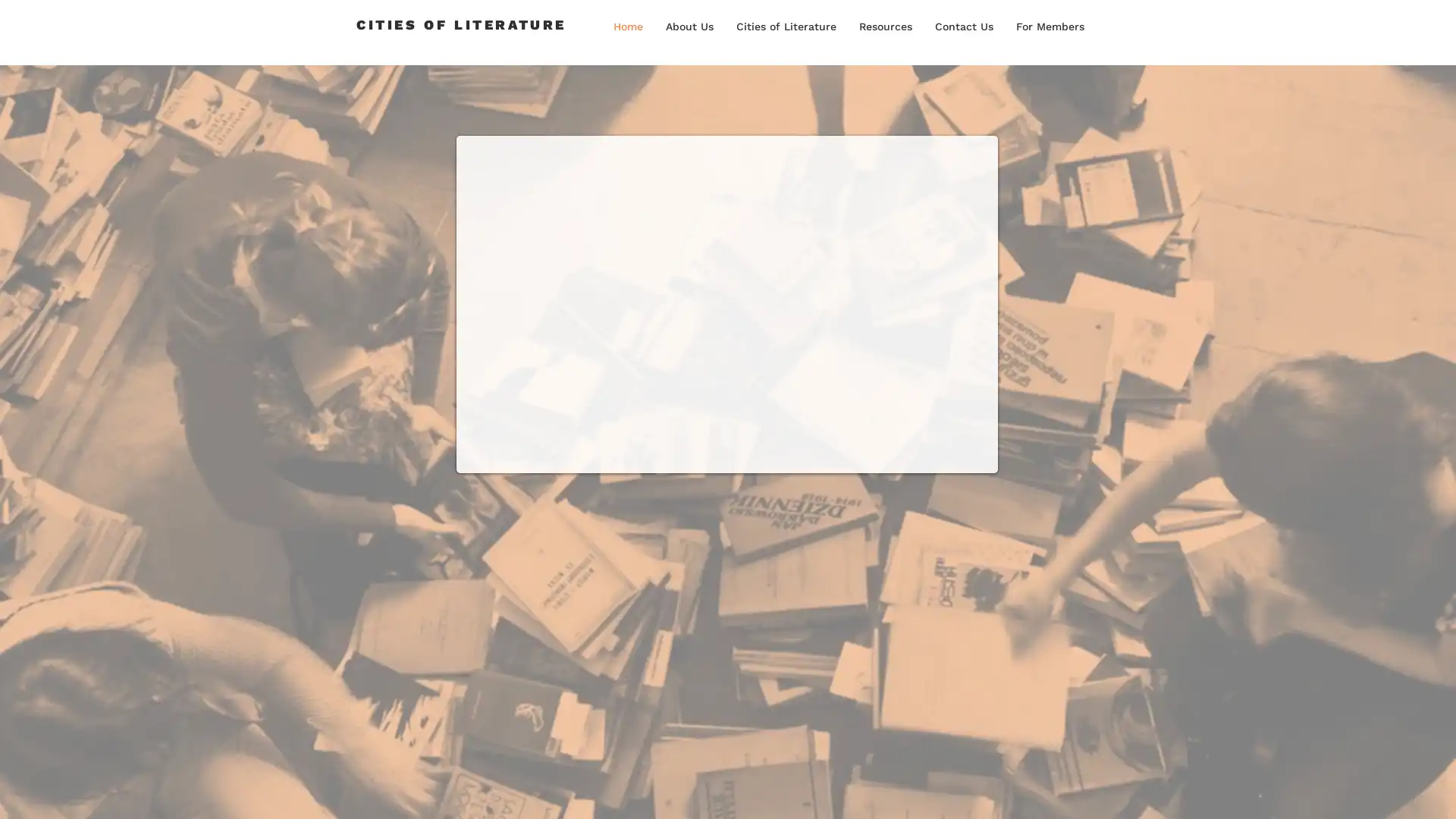 This screenshot has height=819, width=1456. I want to click on Close, so click(1437, 792).